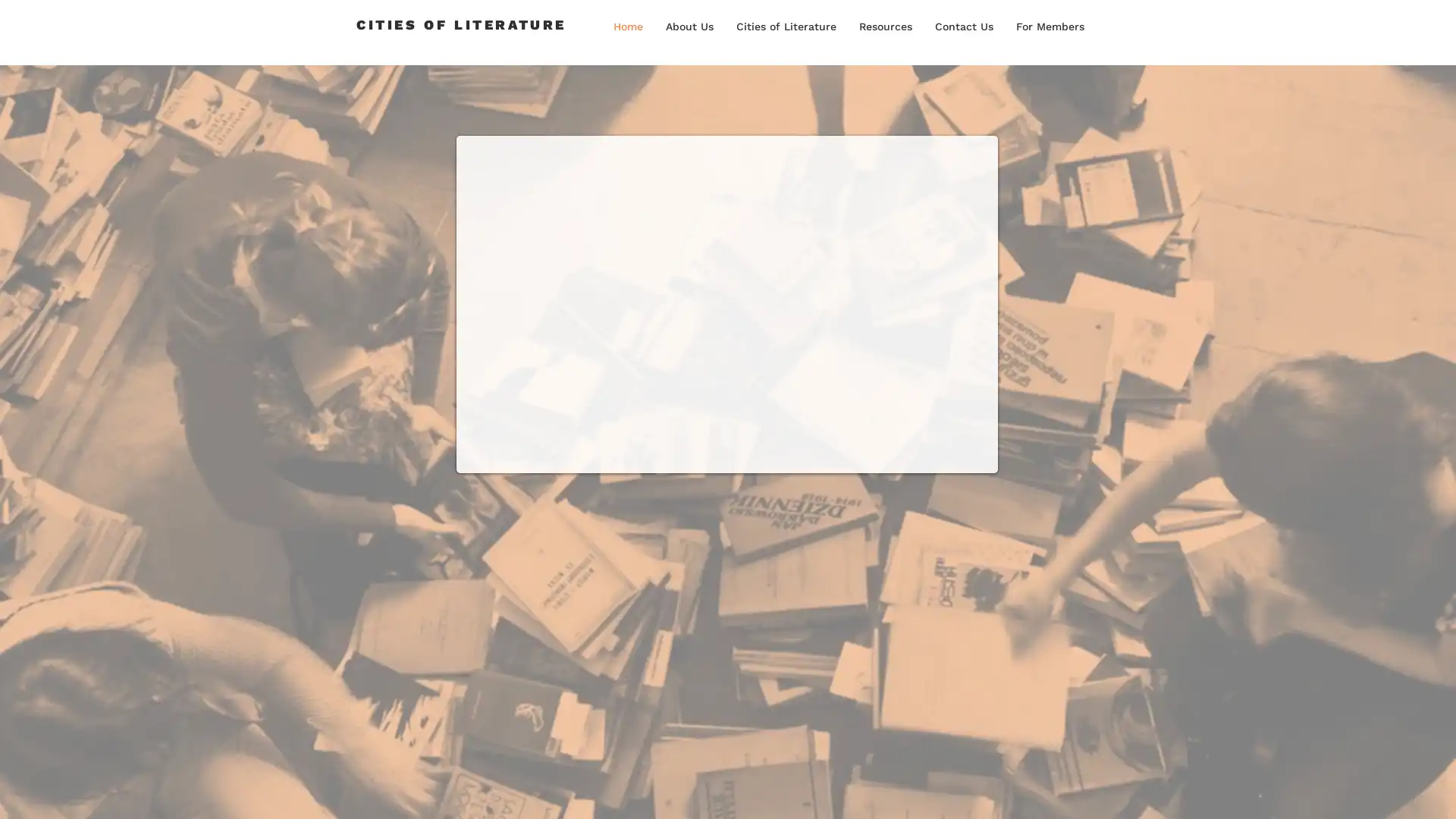 This screenshot has height=819, width=1456. I want to click on Close, so click(1437, 792).